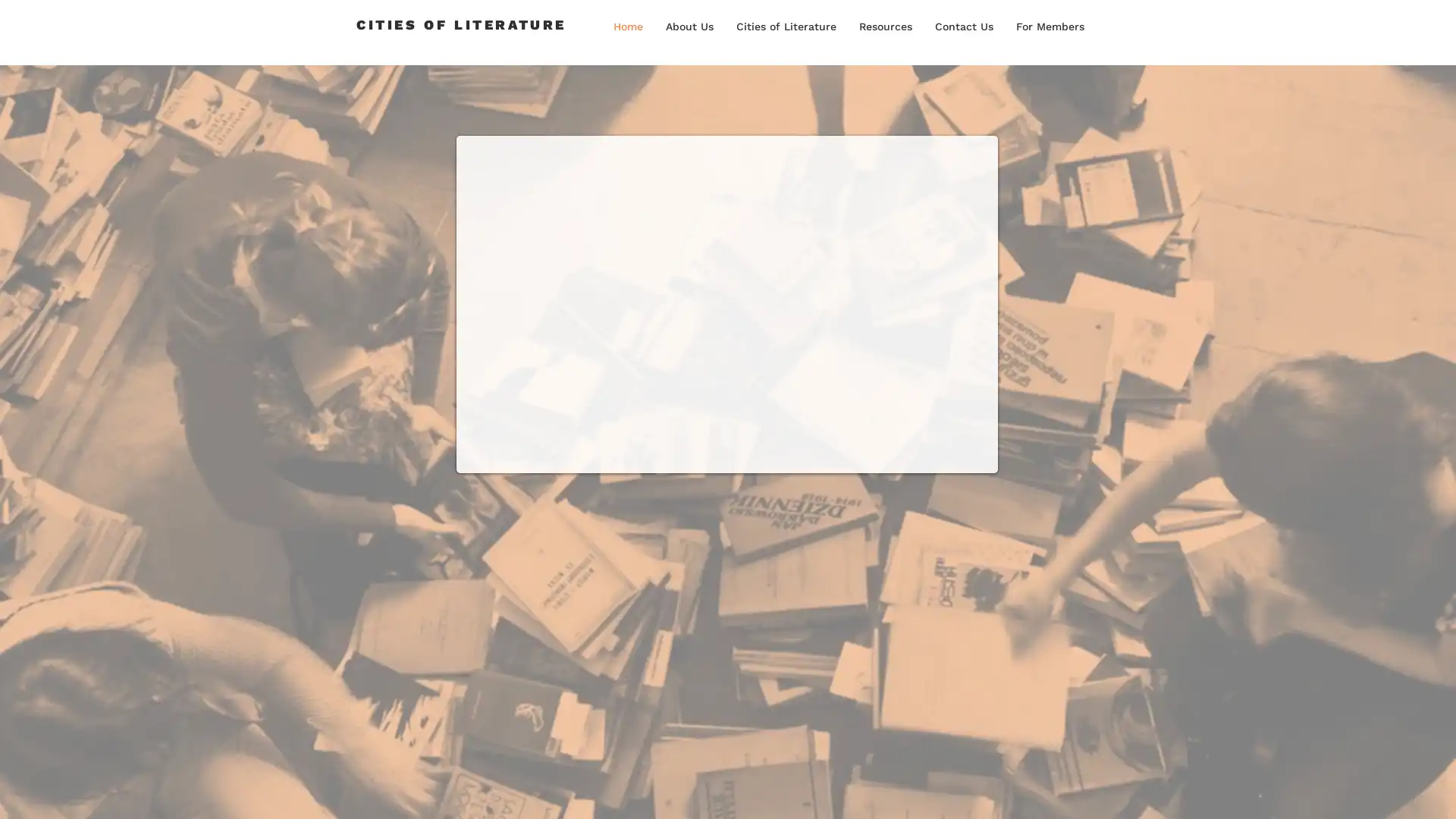 This screenshot has height=819, width=1456. I want to click on Close, so click(1437, 792).